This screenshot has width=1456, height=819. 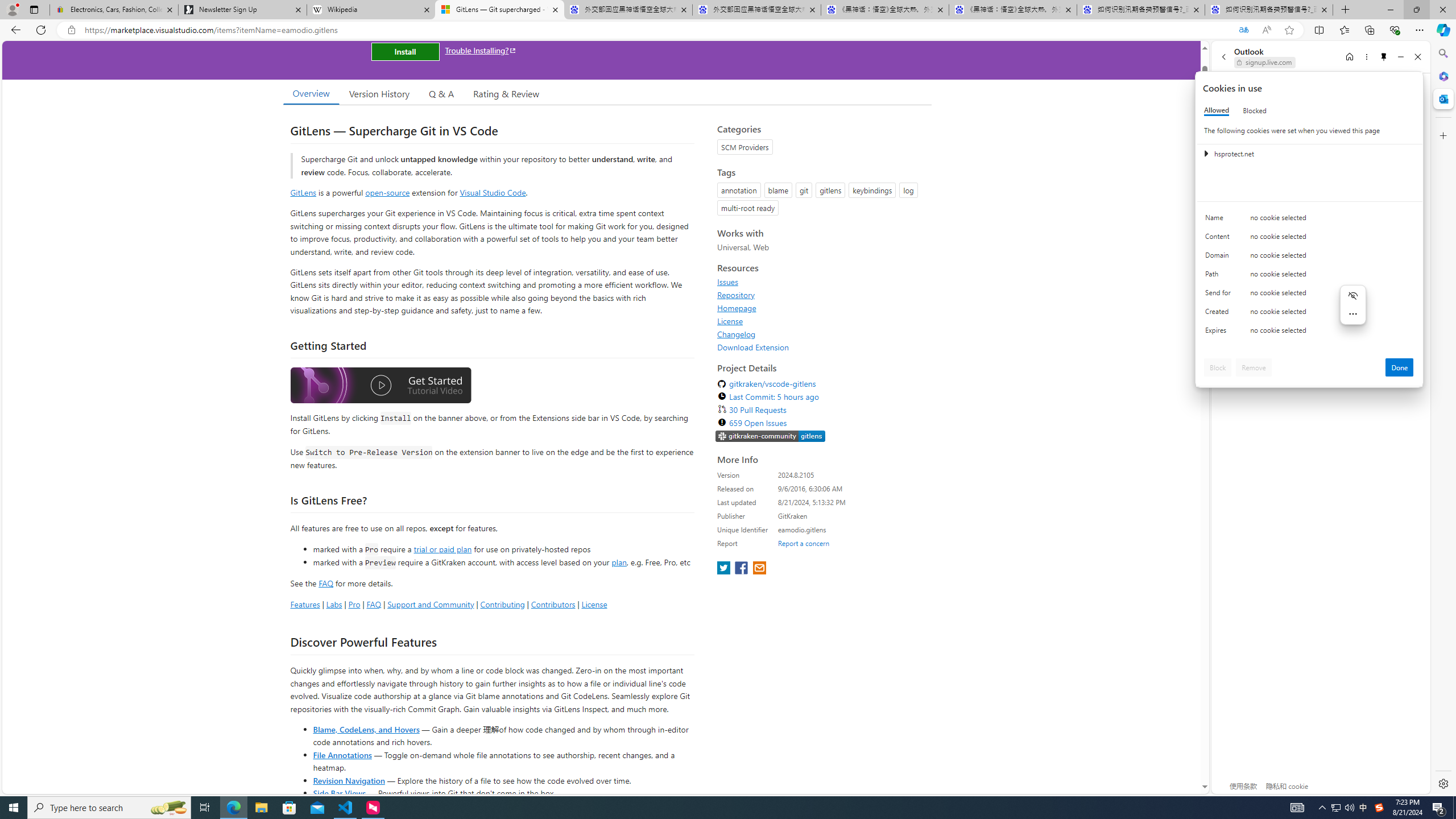 I want to click on 'Domain', so click(x=1219, y=257).